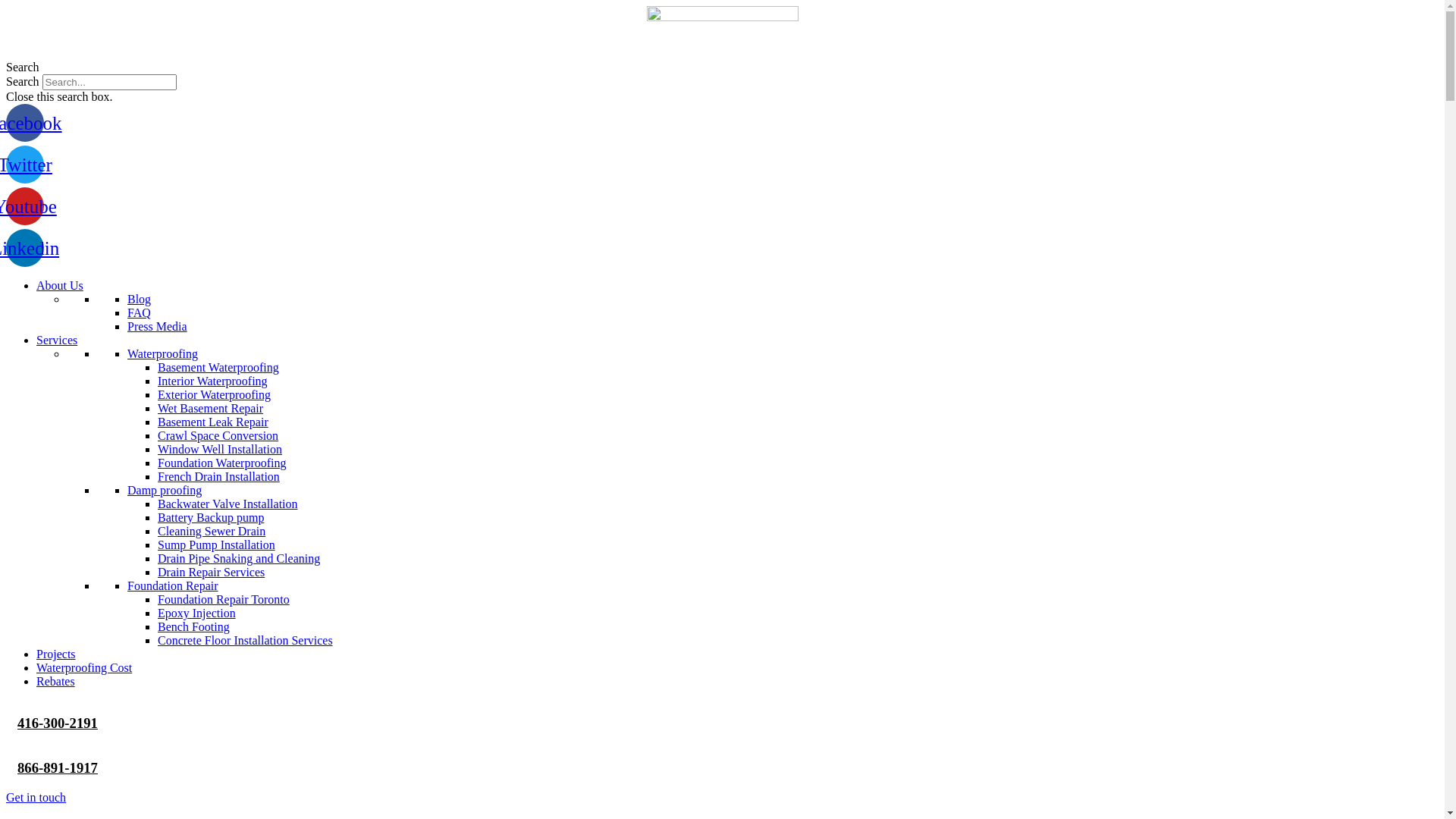 The image size is (1456, 819). Describe the element at coordinates (157, 367) in the screenshot. I see `'Basement Waterproofing'` at that location.